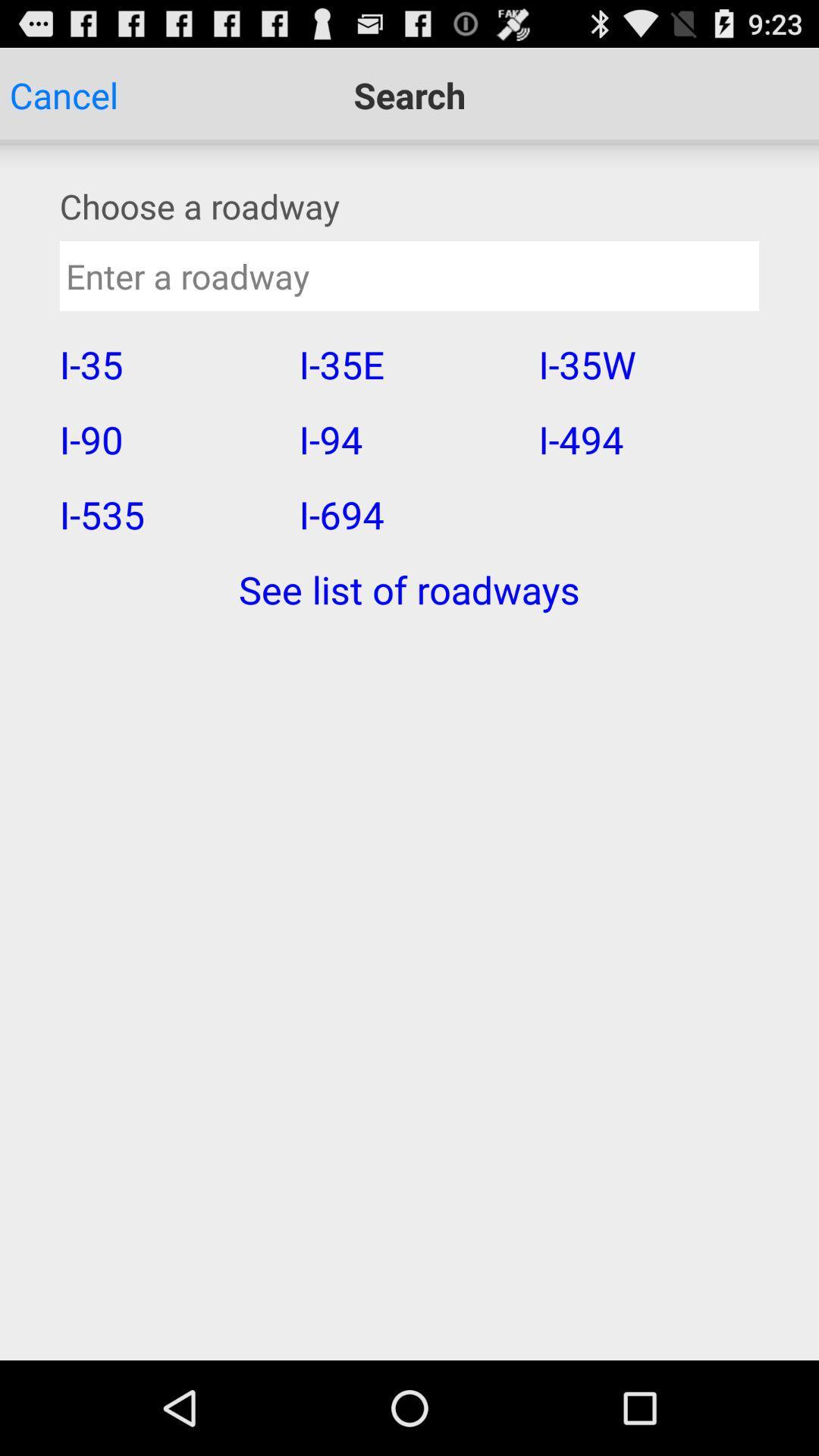 The height and width of the screenshot is (1456, 819). Describe the element at coordinates (169, 438) in the screenshot. I see `the item below i-35 app` at that location.